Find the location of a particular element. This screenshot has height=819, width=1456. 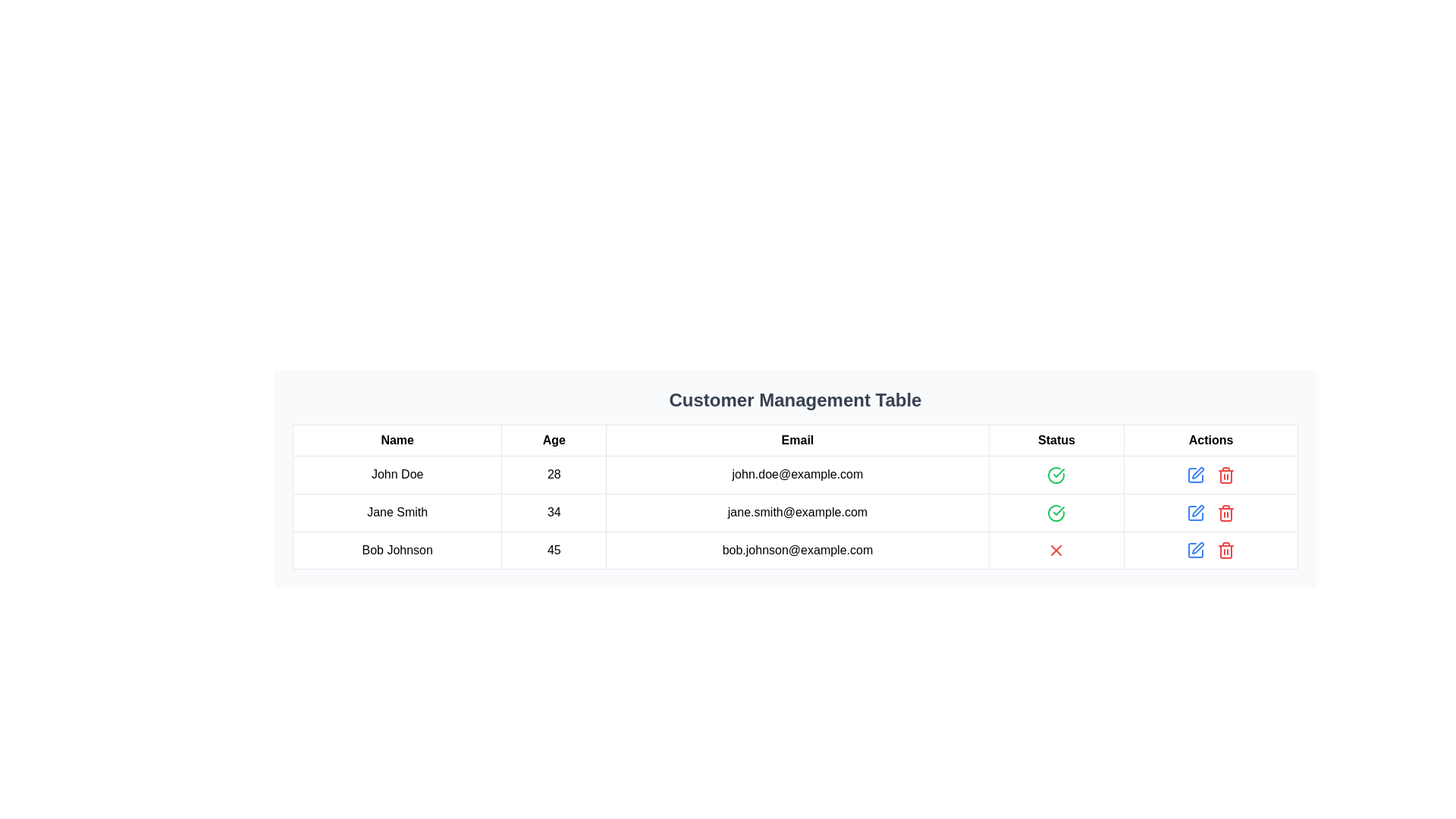

the edit icon located in the 'Actions' column of the first row in the table is located at coordinates (1197, 472).